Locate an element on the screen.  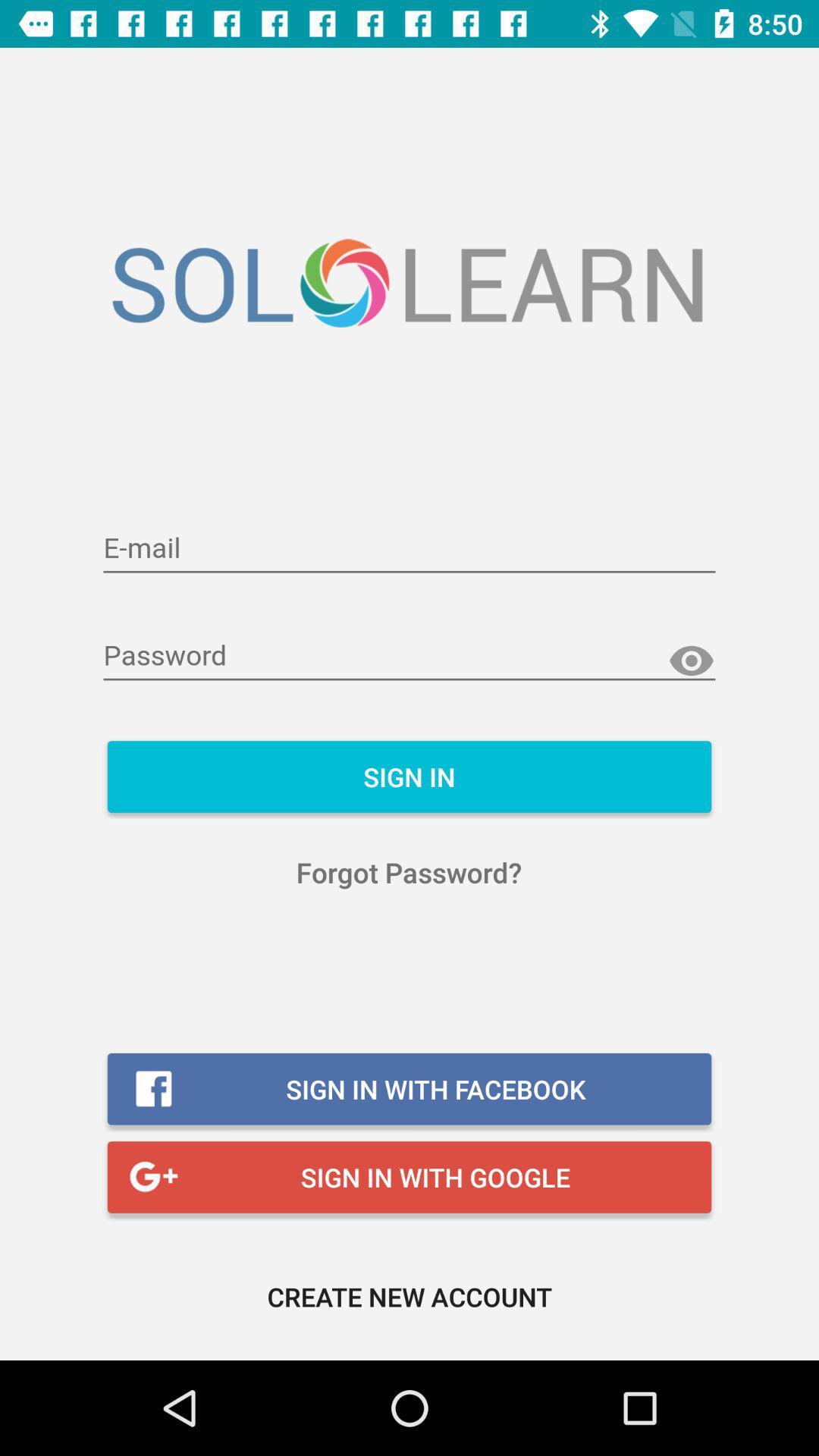
email/username is located at coordinates (409, 548).